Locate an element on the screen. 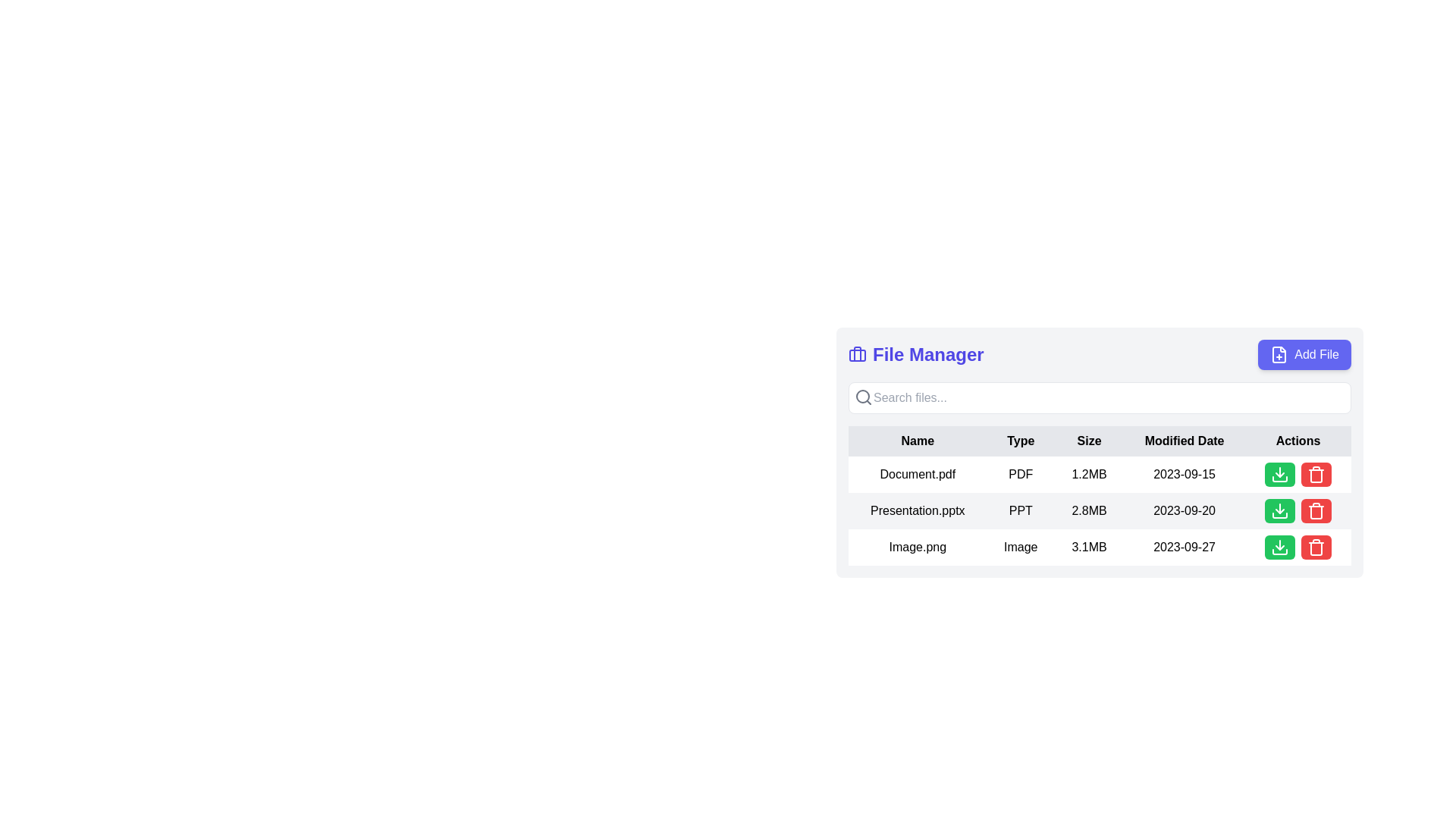 The image size is (1456, 819). the text display element that shows 'Presentation.pptx' in black font, located in the second row of the table under the 'Name' column is located at coordinates (917, 511).